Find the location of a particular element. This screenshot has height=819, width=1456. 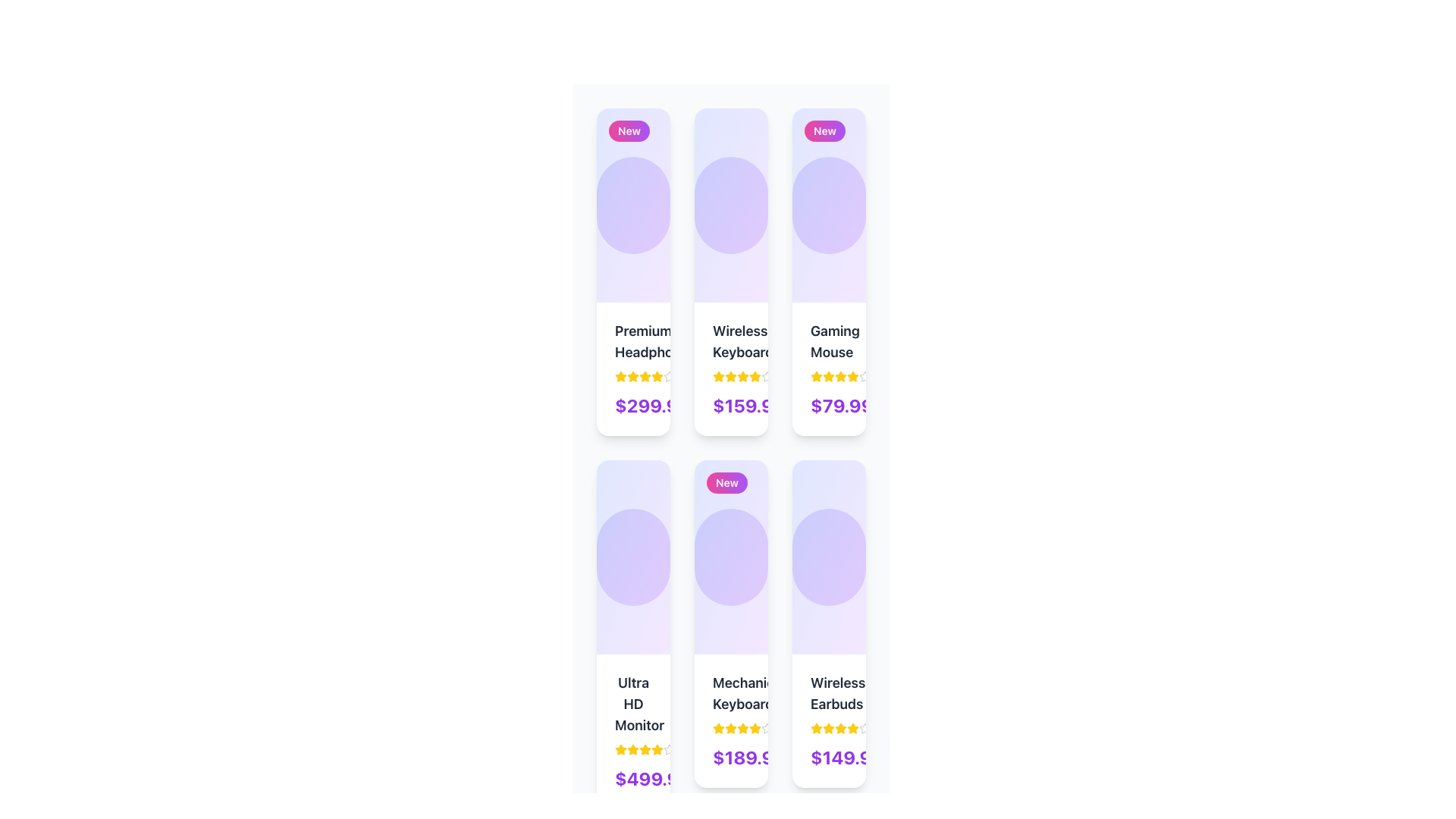

the first star icon in the star rating component on the product card to interact with the rating is located at coordinates (621, 748).